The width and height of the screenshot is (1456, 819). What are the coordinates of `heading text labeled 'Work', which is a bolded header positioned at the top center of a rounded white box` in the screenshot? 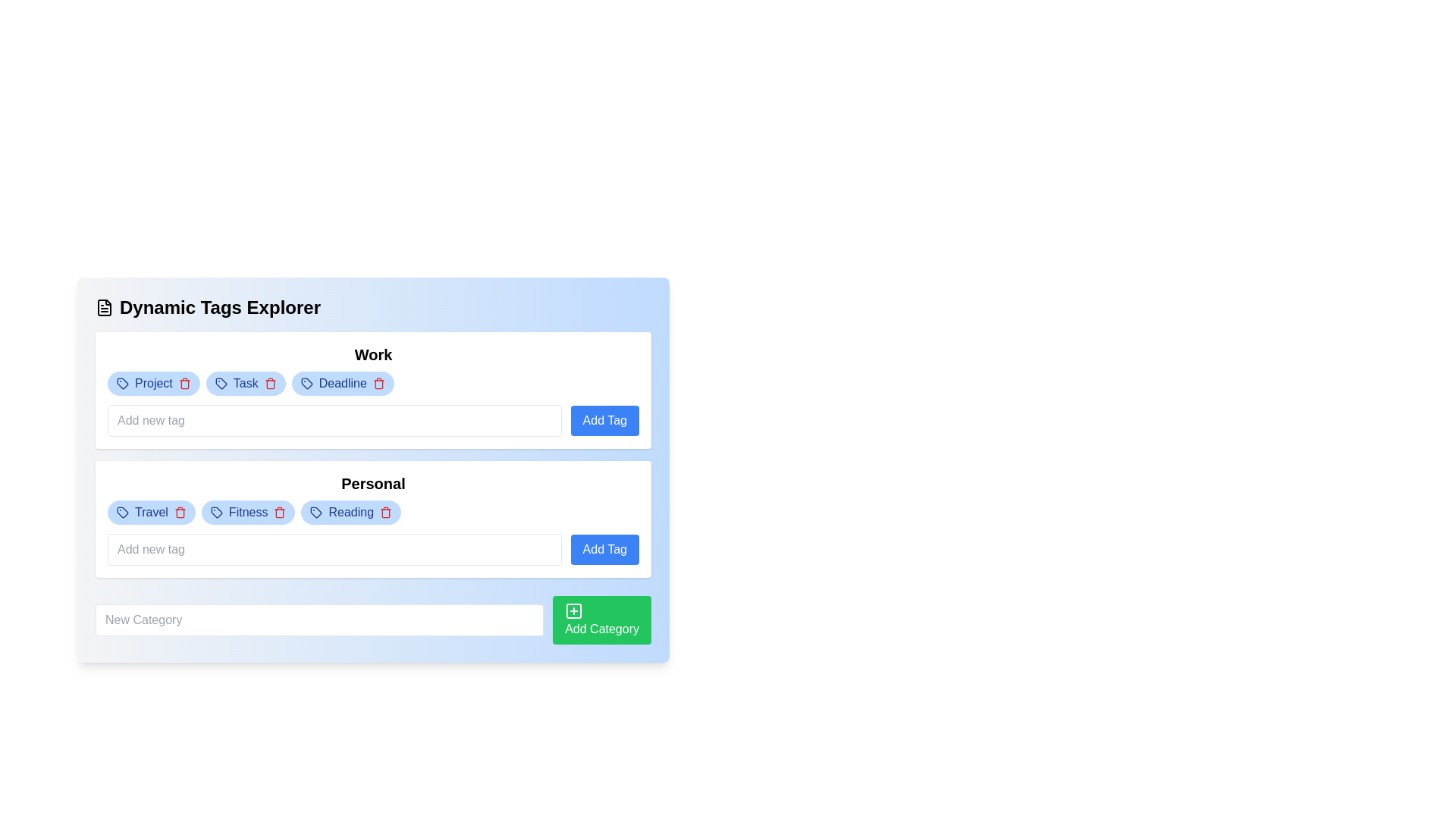 It's located at (373, 354).